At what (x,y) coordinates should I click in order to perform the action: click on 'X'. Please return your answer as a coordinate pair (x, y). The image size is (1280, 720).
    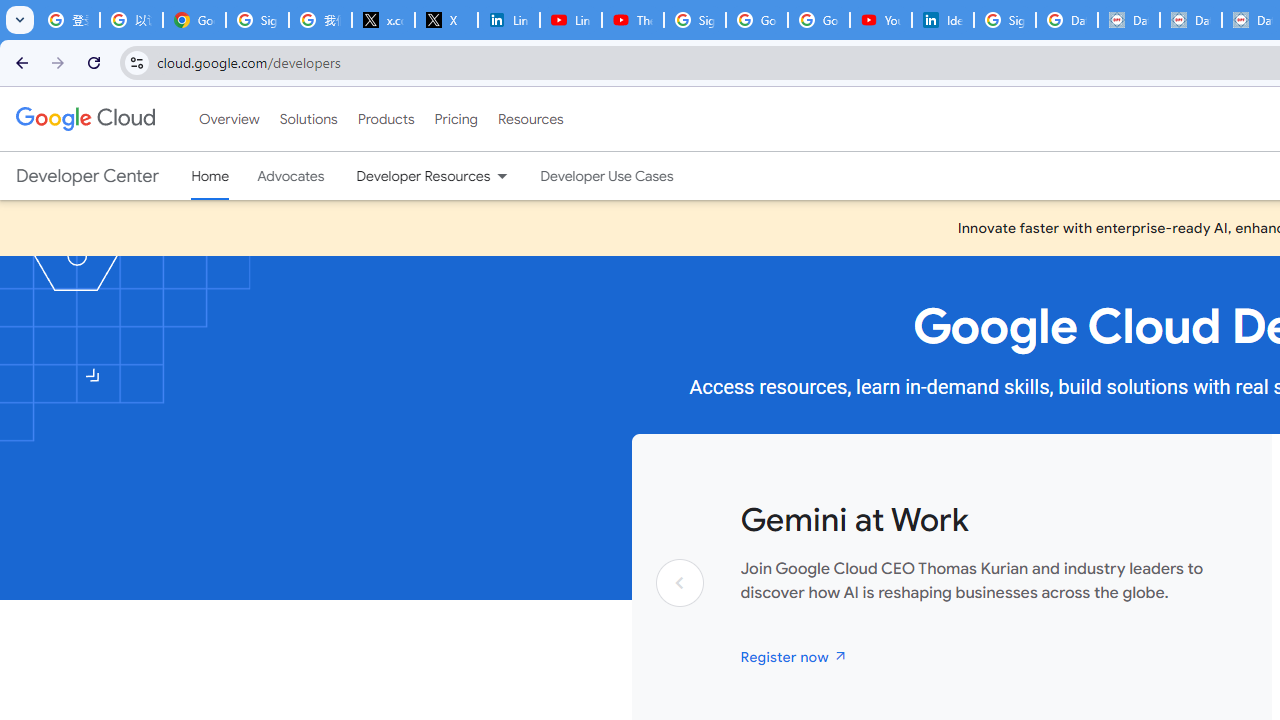
    Looking at the image, I should click on (445, 20).